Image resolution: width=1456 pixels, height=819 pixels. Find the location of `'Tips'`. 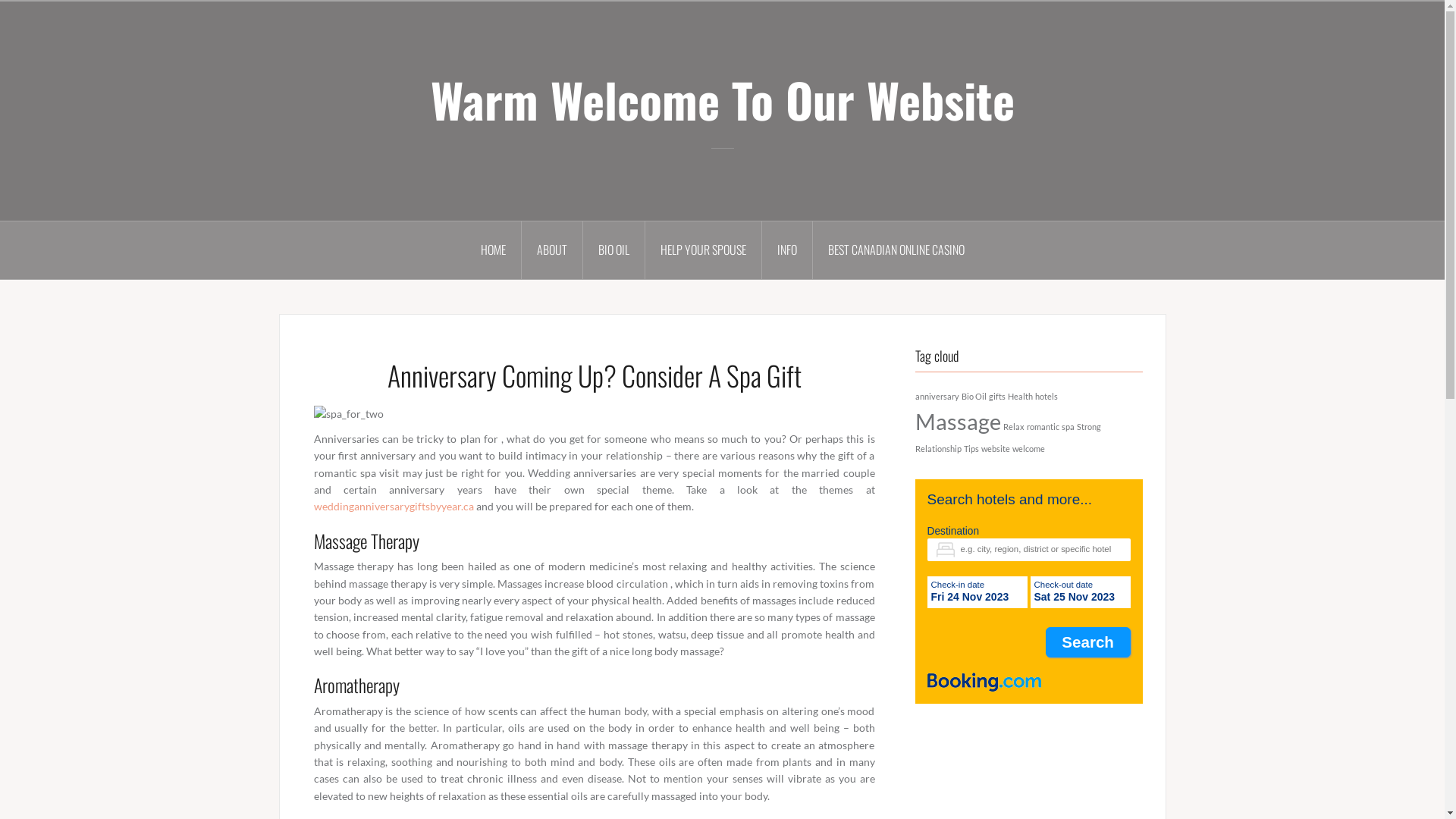

'Tips' is located at coordinates (962, 447).